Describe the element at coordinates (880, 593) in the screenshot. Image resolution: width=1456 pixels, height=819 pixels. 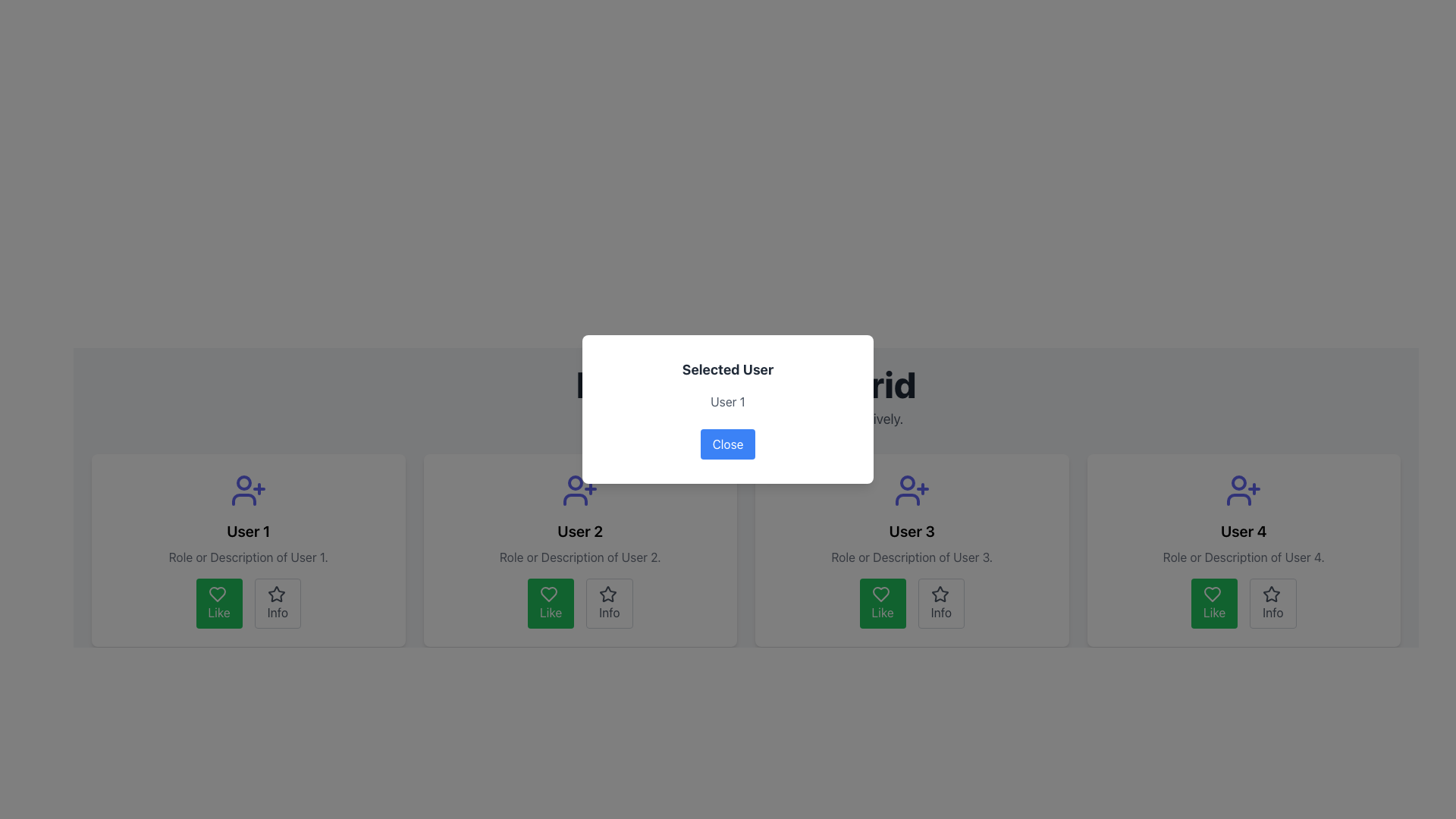
I see `the heart-shaped icon with a green outline located above the 'Like' text label within the button layout of the card associated with 'User 3'` at that location.